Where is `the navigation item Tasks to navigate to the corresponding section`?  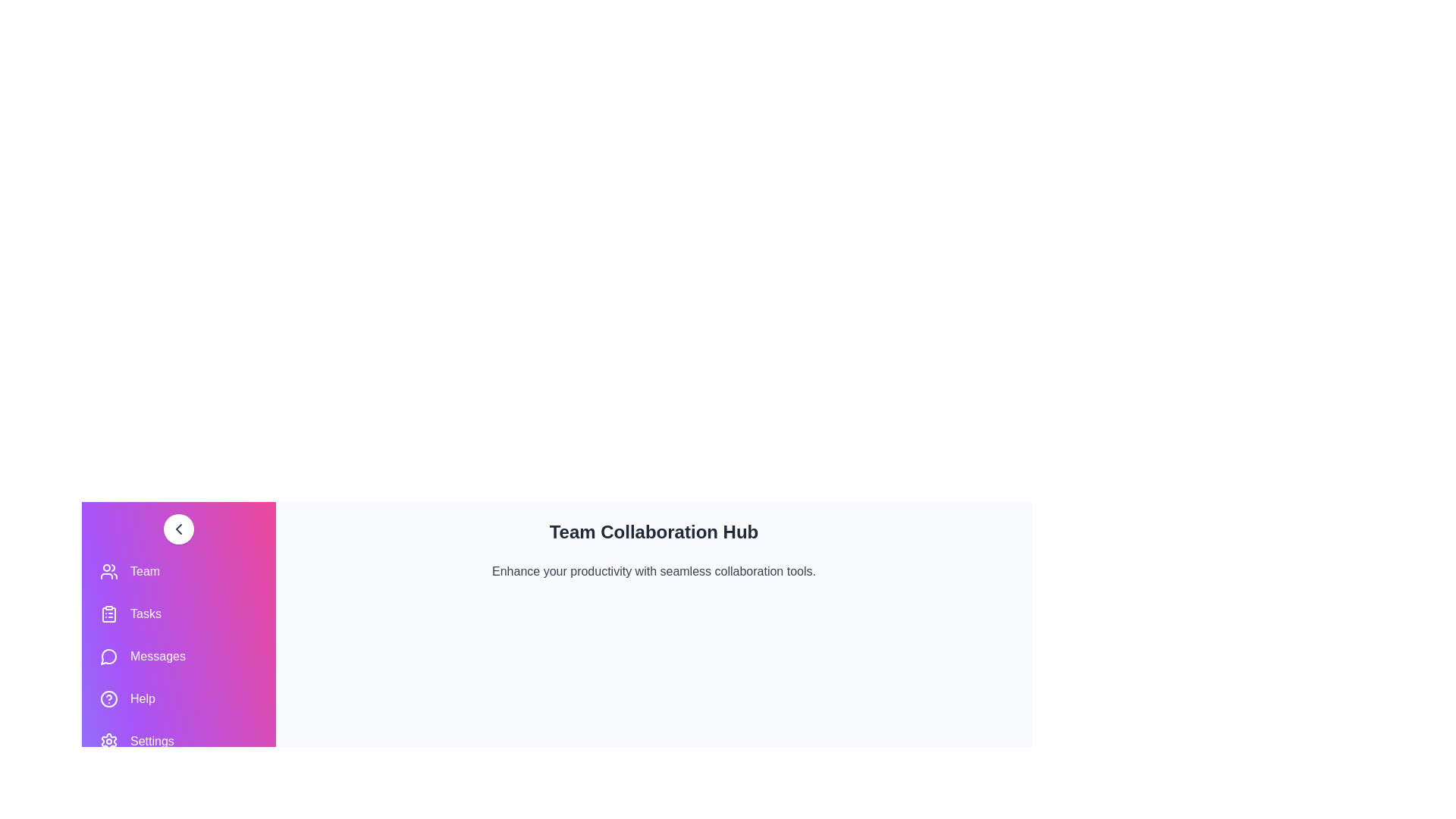
the navigation item Tasks to navigate to the corresponding section is located at coordinates (178, 614).